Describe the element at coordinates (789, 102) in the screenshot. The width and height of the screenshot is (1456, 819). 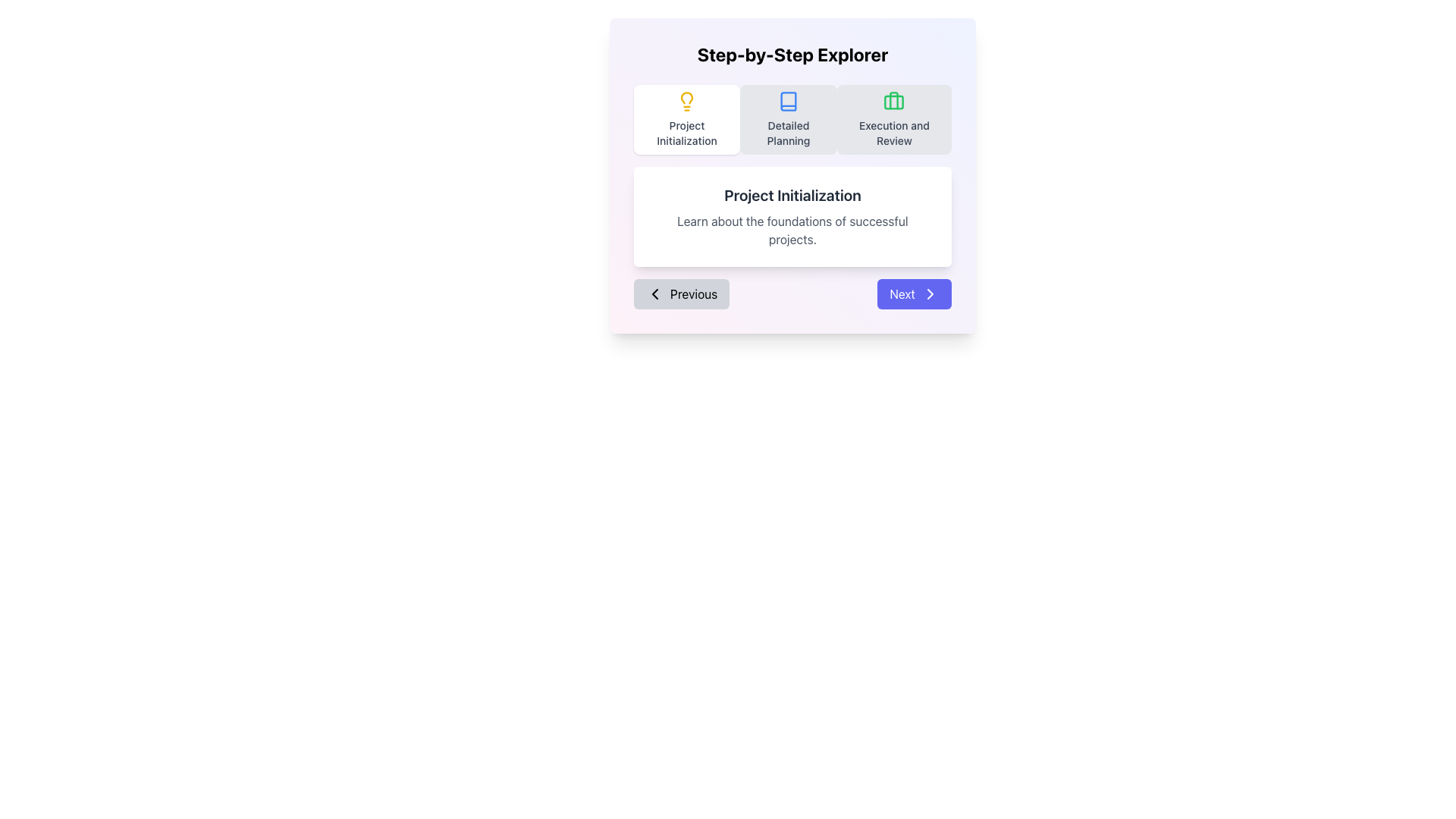
I see `the icon representing the 'Detailed Planning' feature, located above the corresponding text label of the button` at that location.